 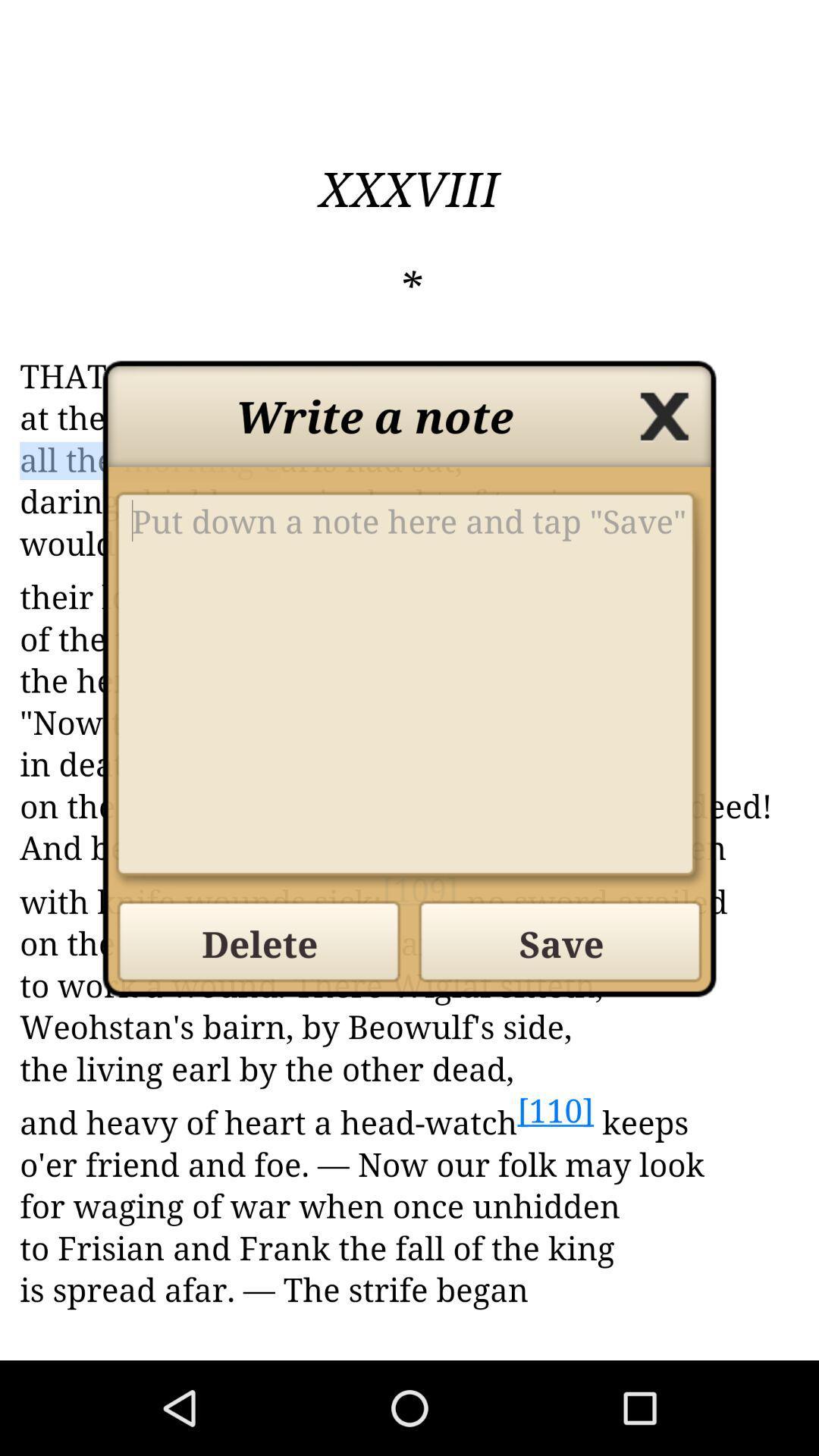 What do you see at coordinates (409, 689) in the screenshot?
I see `note field` at bounding box center [409, 689].